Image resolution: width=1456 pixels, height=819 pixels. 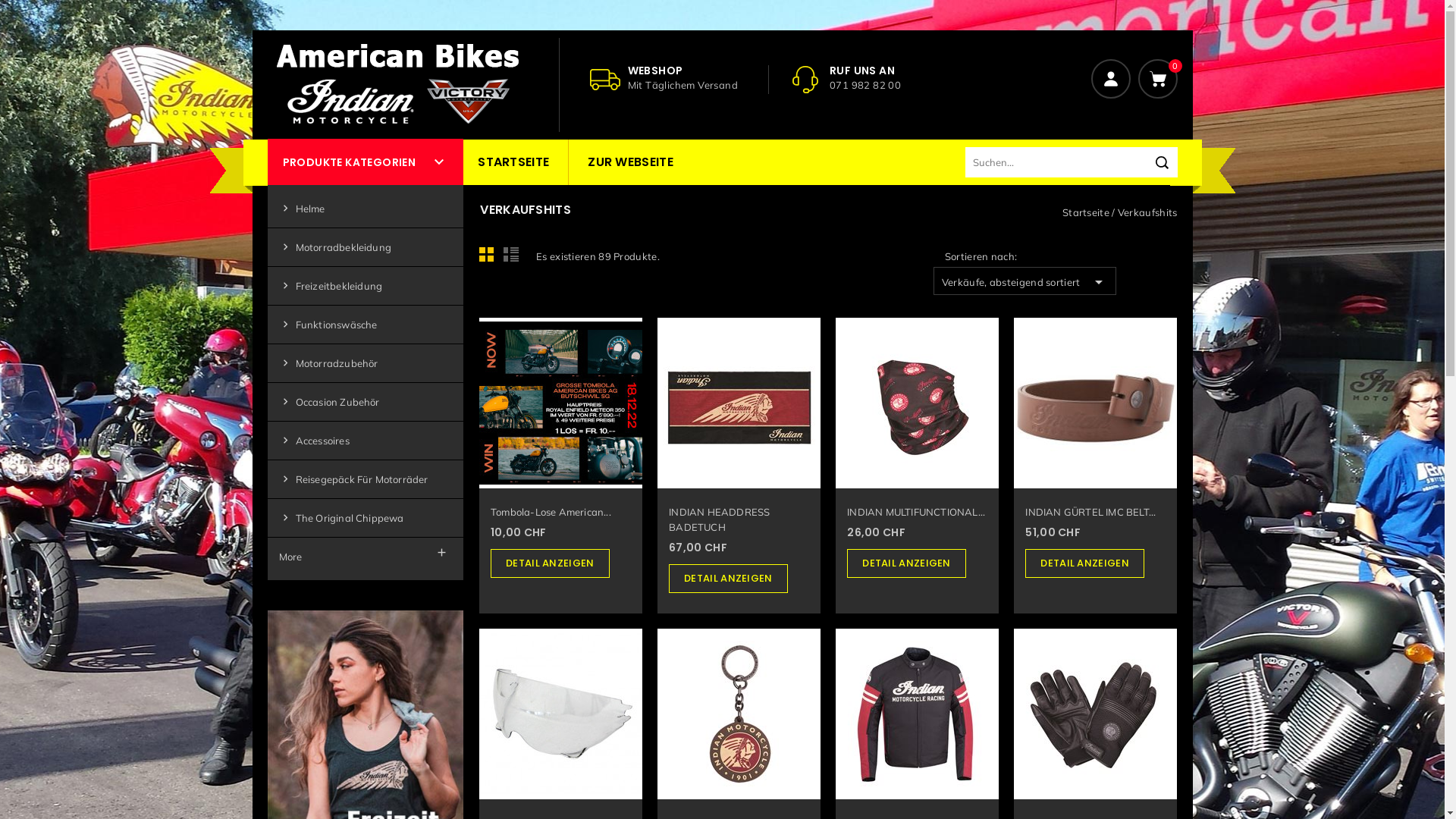 What do you see at coordinates (1117, 212) in the screenshot?
I see `'Verkaufshits'` at bounding box center [1117, 212].